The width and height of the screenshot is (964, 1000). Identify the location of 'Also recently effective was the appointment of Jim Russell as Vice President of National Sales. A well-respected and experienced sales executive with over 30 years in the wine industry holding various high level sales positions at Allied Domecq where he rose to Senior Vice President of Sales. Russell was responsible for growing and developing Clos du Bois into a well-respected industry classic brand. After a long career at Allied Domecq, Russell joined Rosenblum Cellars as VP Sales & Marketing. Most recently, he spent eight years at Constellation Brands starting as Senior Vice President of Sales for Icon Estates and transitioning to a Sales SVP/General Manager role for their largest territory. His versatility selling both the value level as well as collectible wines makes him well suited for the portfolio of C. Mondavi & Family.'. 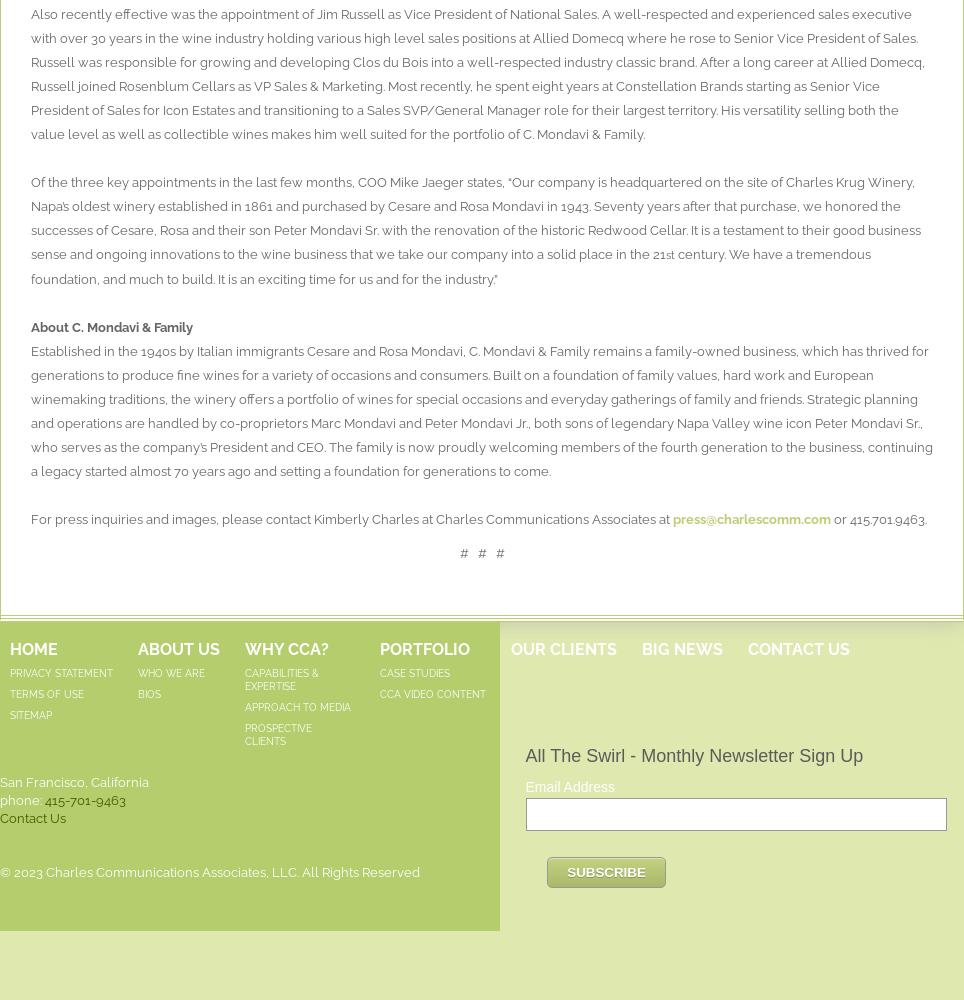
(478, 72).